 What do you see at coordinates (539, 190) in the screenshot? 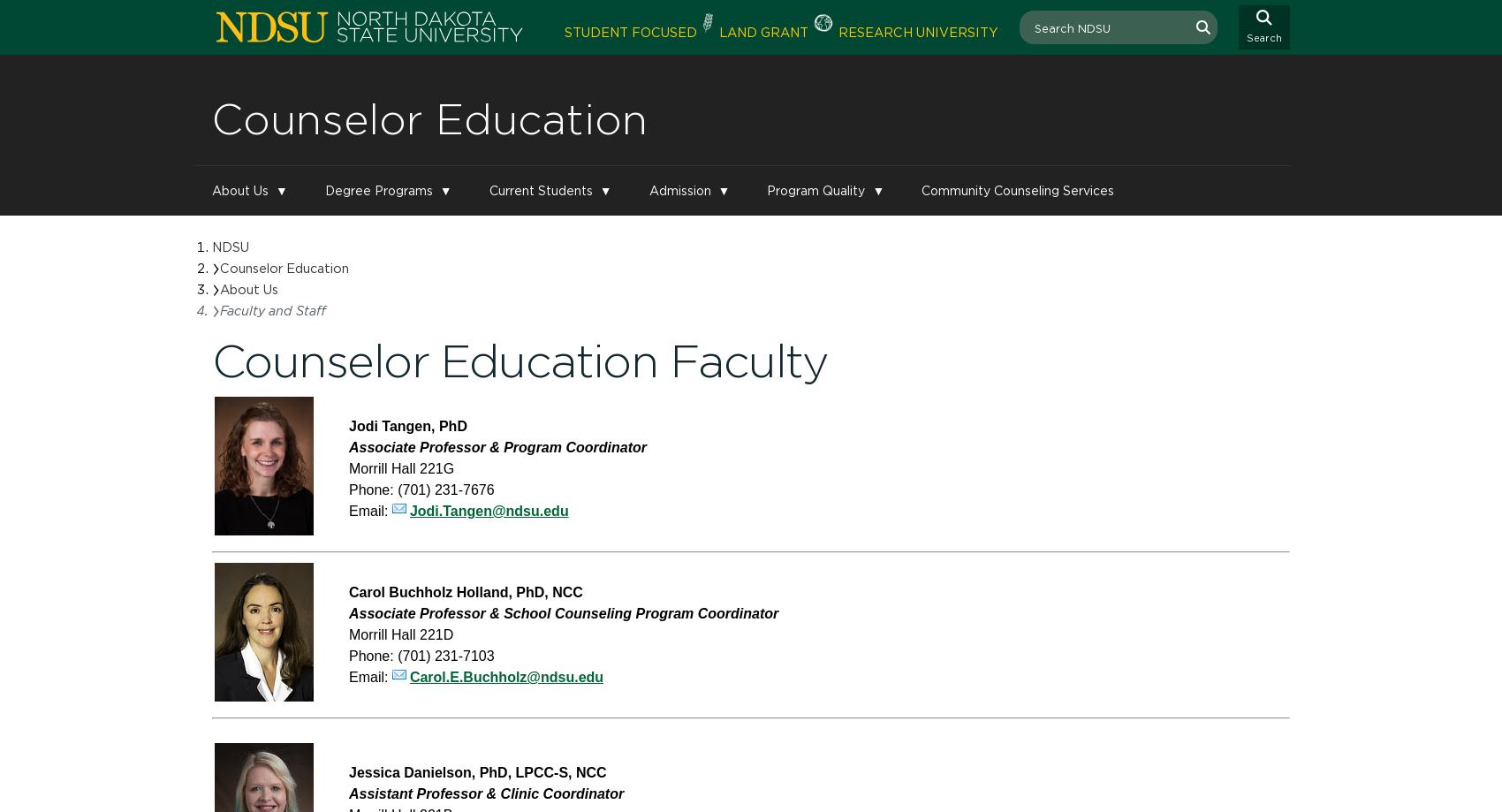
I see `'Current Students'` at bounding box center [539, 190].